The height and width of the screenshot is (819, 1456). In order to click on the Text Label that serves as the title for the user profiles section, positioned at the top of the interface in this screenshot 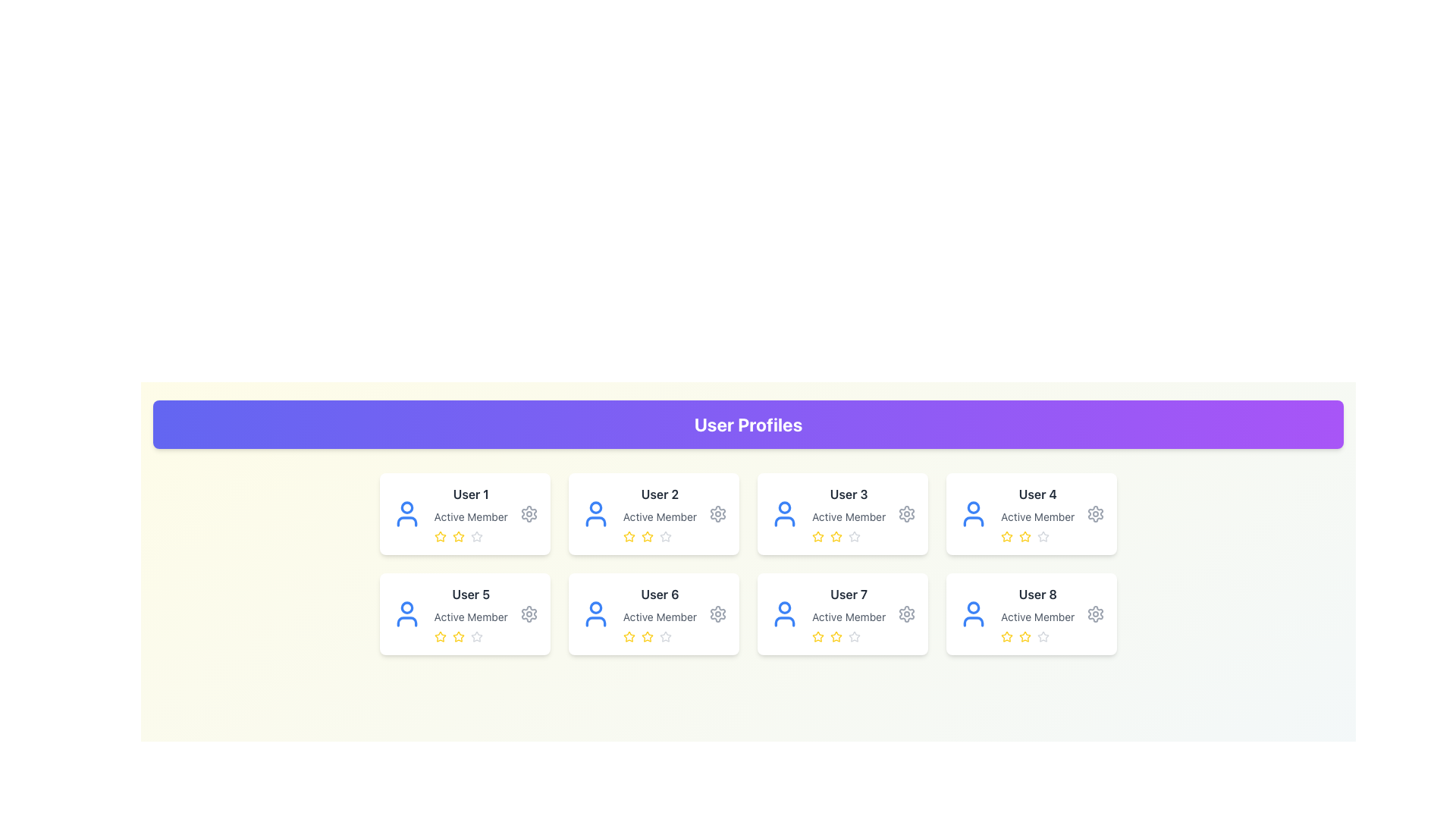, I will do `click(748, 424)`.